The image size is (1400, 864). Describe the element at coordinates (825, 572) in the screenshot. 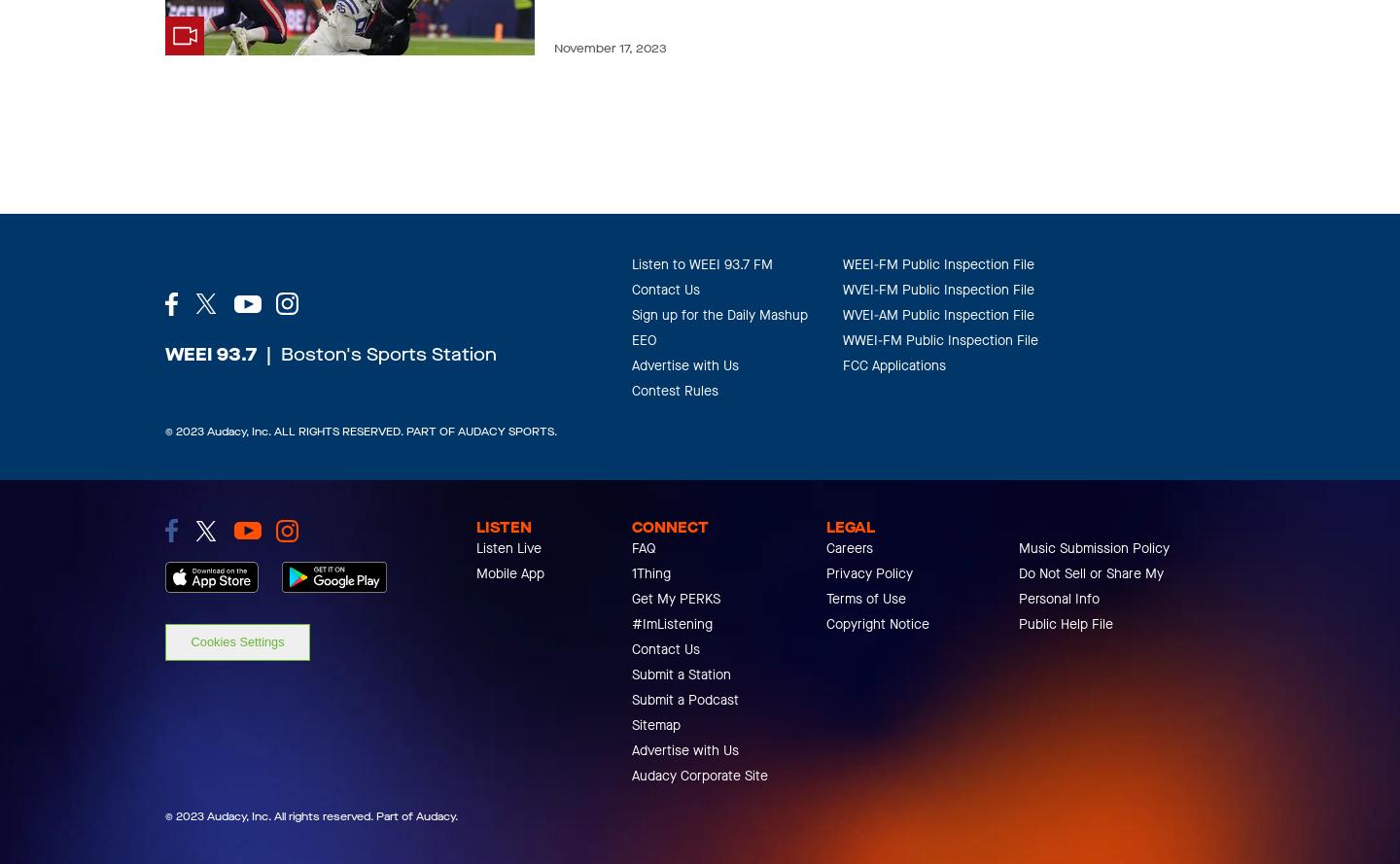

I see `'Privacy Policy'` at that location.